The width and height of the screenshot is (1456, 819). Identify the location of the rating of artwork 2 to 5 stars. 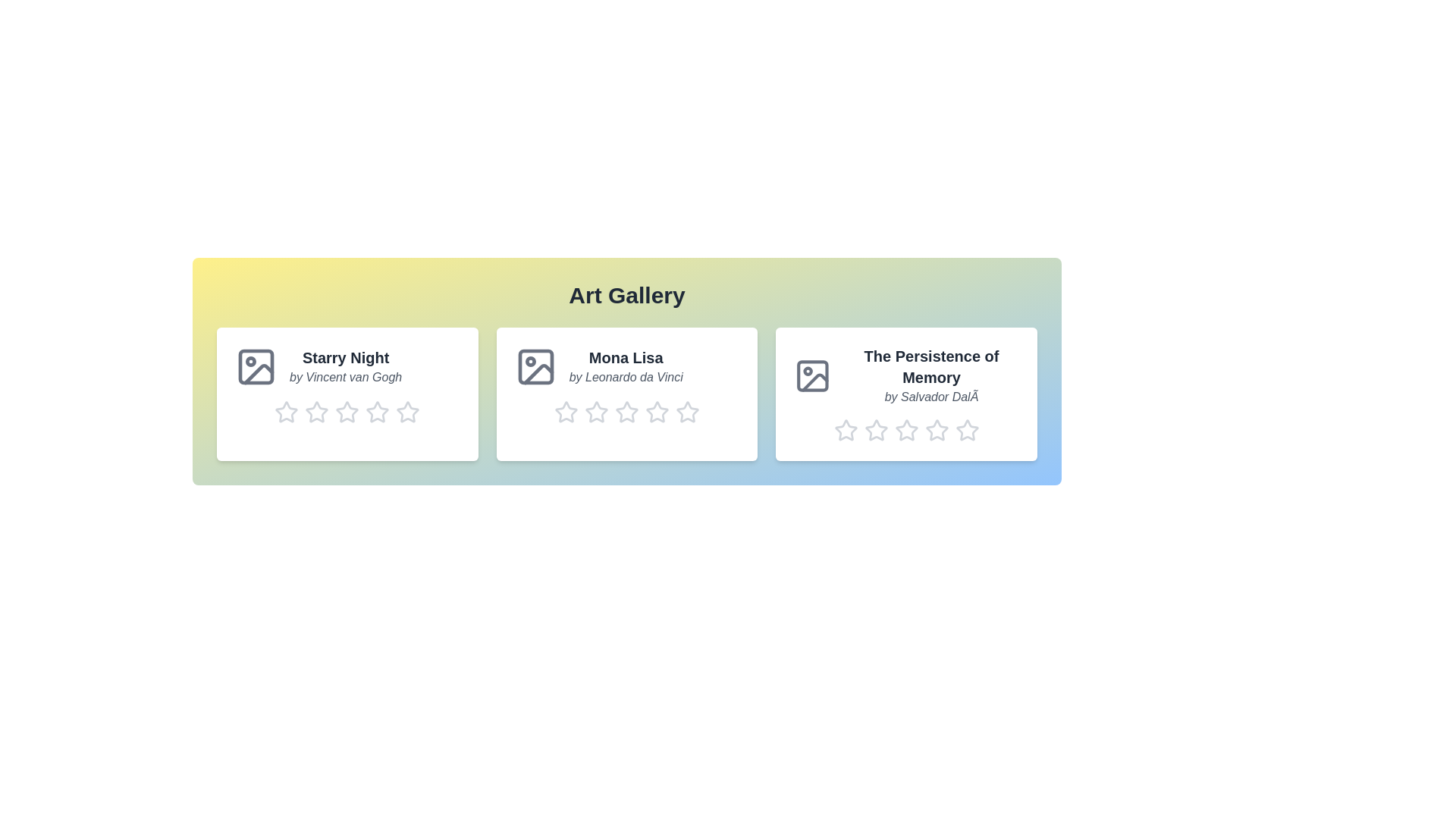
(675, 412).